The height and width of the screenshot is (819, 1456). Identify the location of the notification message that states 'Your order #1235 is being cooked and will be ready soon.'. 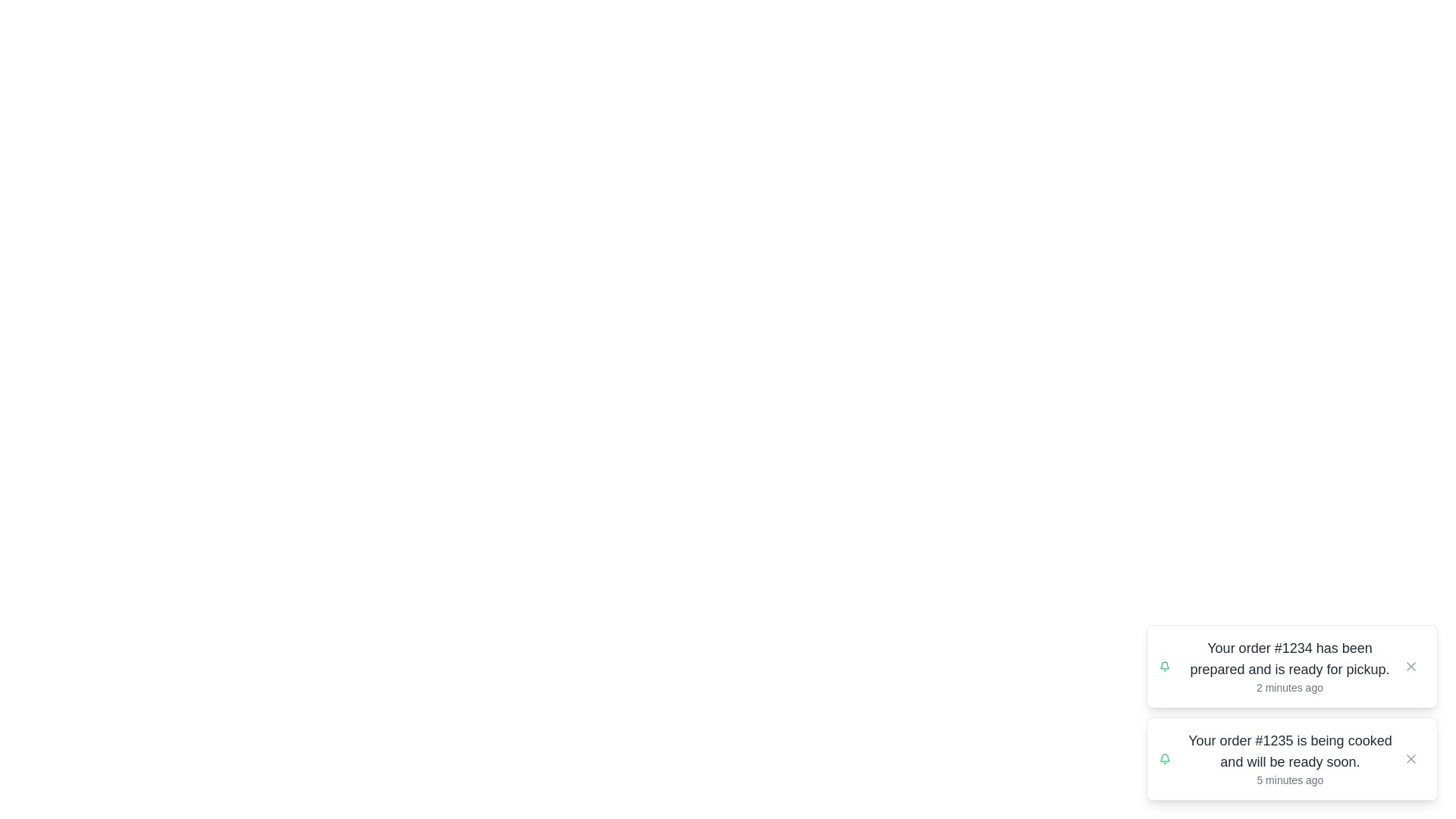
(1289, 759).